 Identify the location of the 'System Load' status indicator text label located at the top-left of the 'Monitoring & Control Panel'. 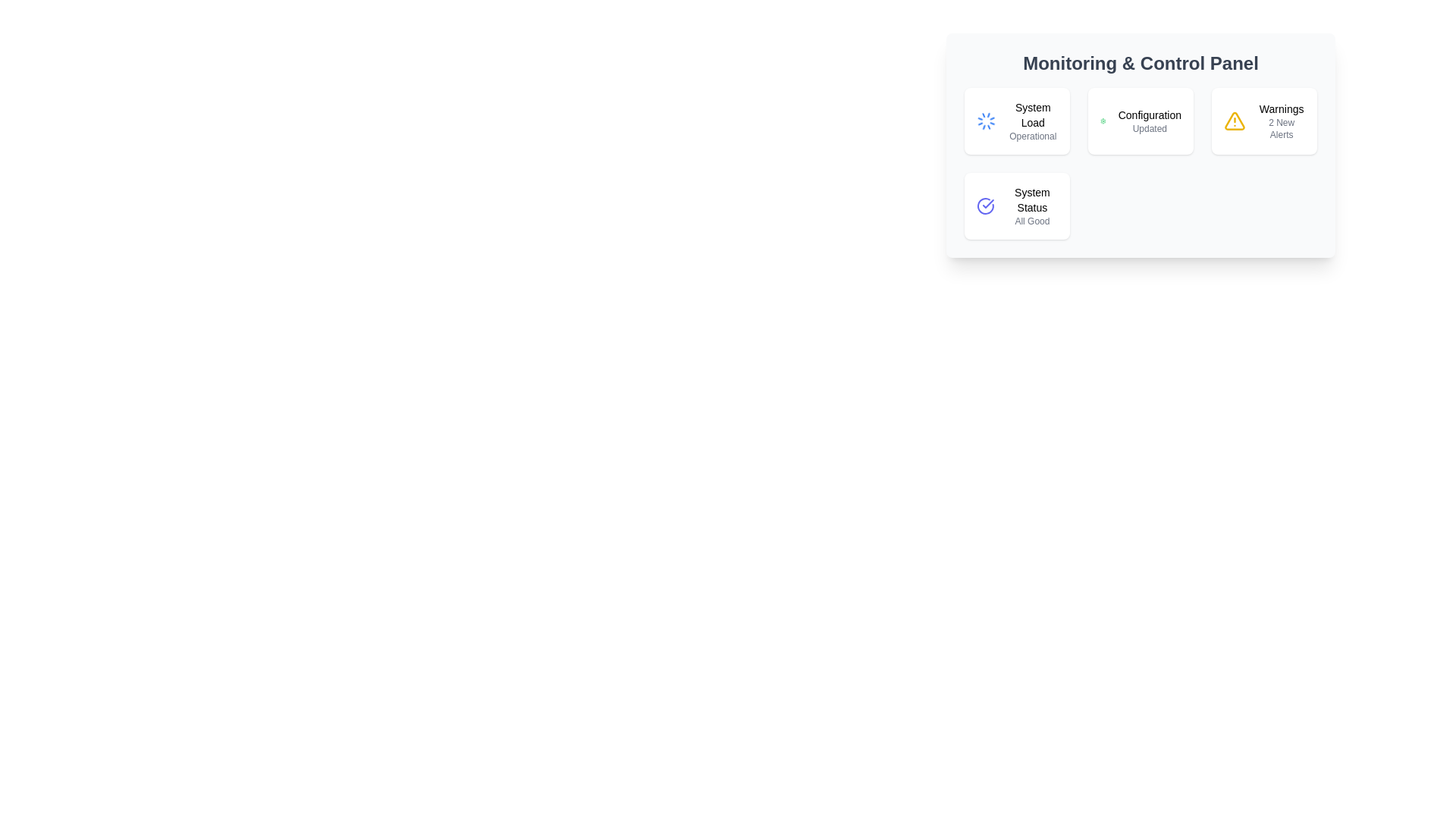
(1032, 120).